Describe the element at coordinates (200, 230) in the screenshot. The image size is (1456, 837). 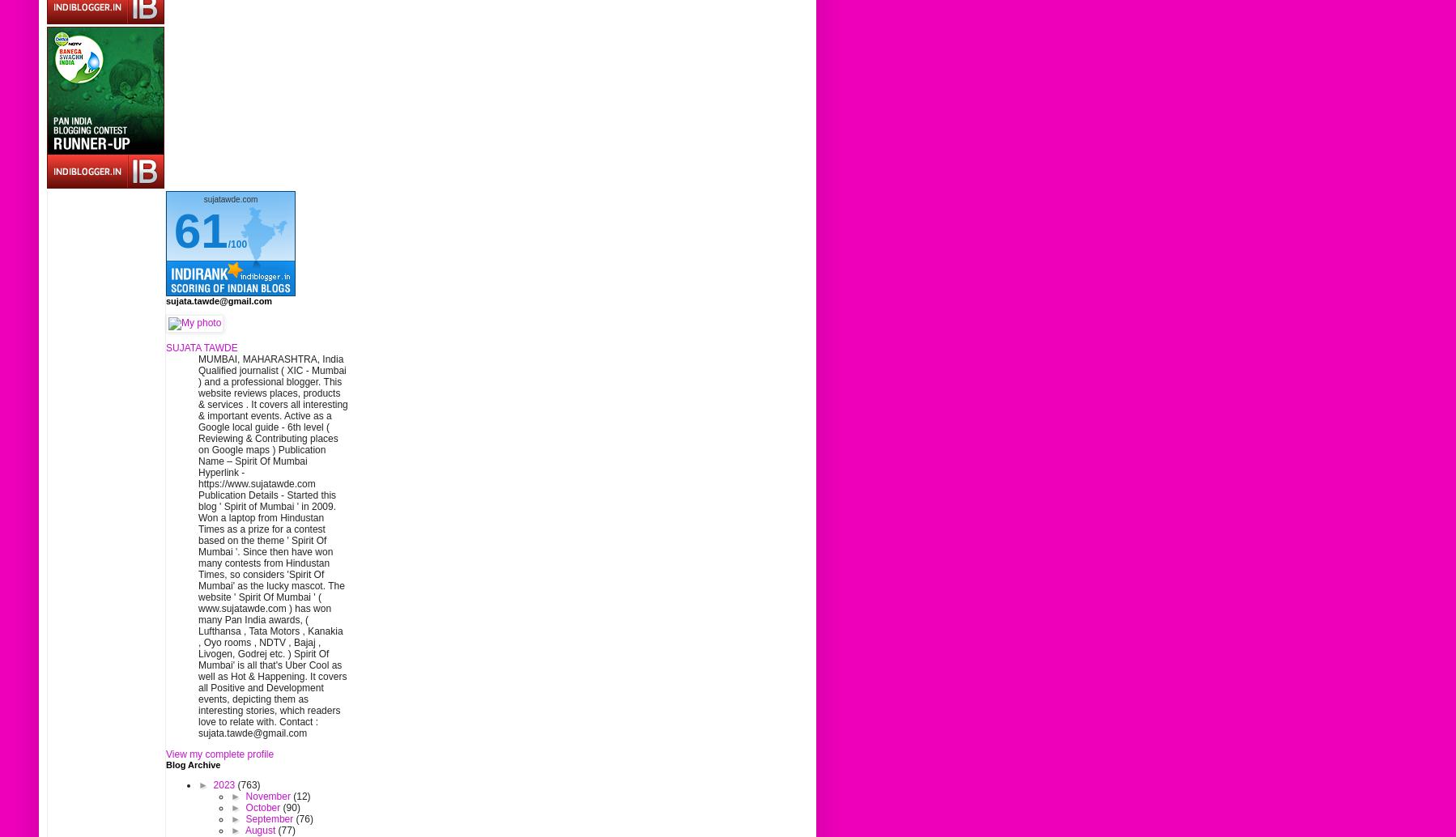
I see `'61'` at that location.